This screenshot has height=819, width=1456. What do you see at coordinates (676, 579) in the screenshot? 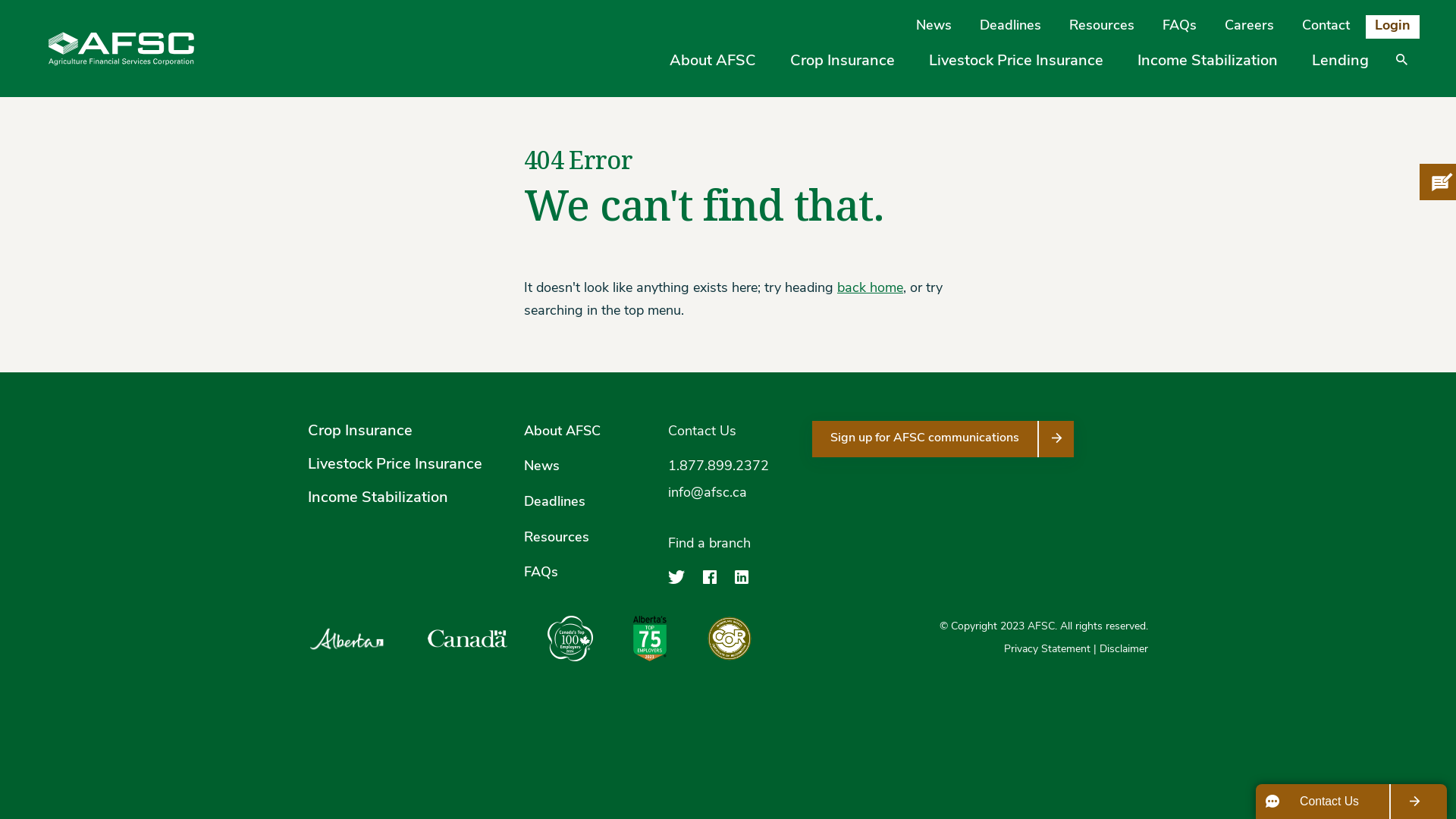
I see `'Agriculture Financial Services Corporation on Twitter'` at bounding box center [676, 579].